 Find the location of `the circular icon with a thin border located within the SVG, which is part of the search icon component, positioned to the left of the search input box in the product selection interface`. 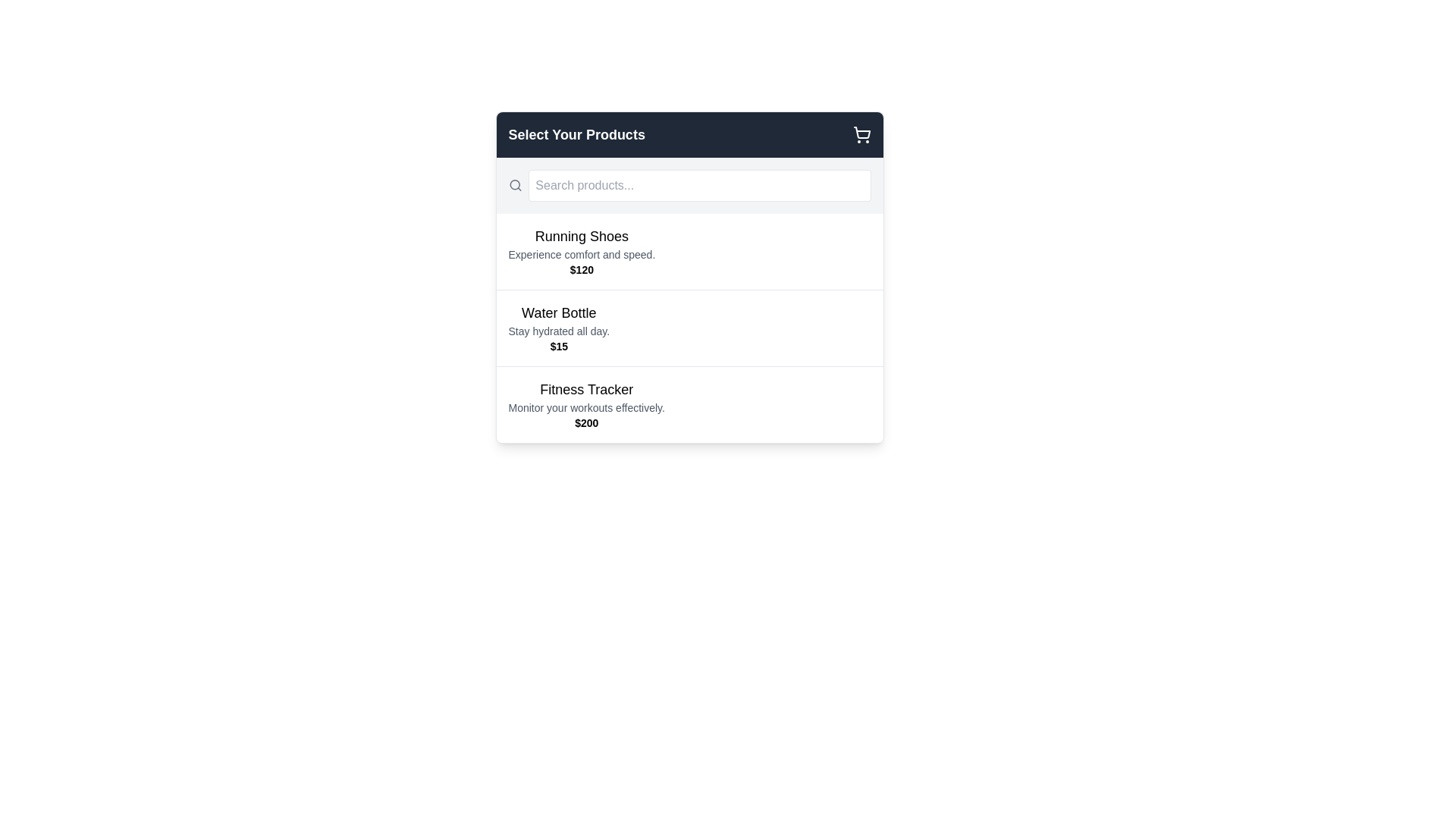

the circular icon with a thin border located within the SVG, which is part of the search icon component, positioned to the left of the search input box in the product selection interface is located at coordinates (515, 184).